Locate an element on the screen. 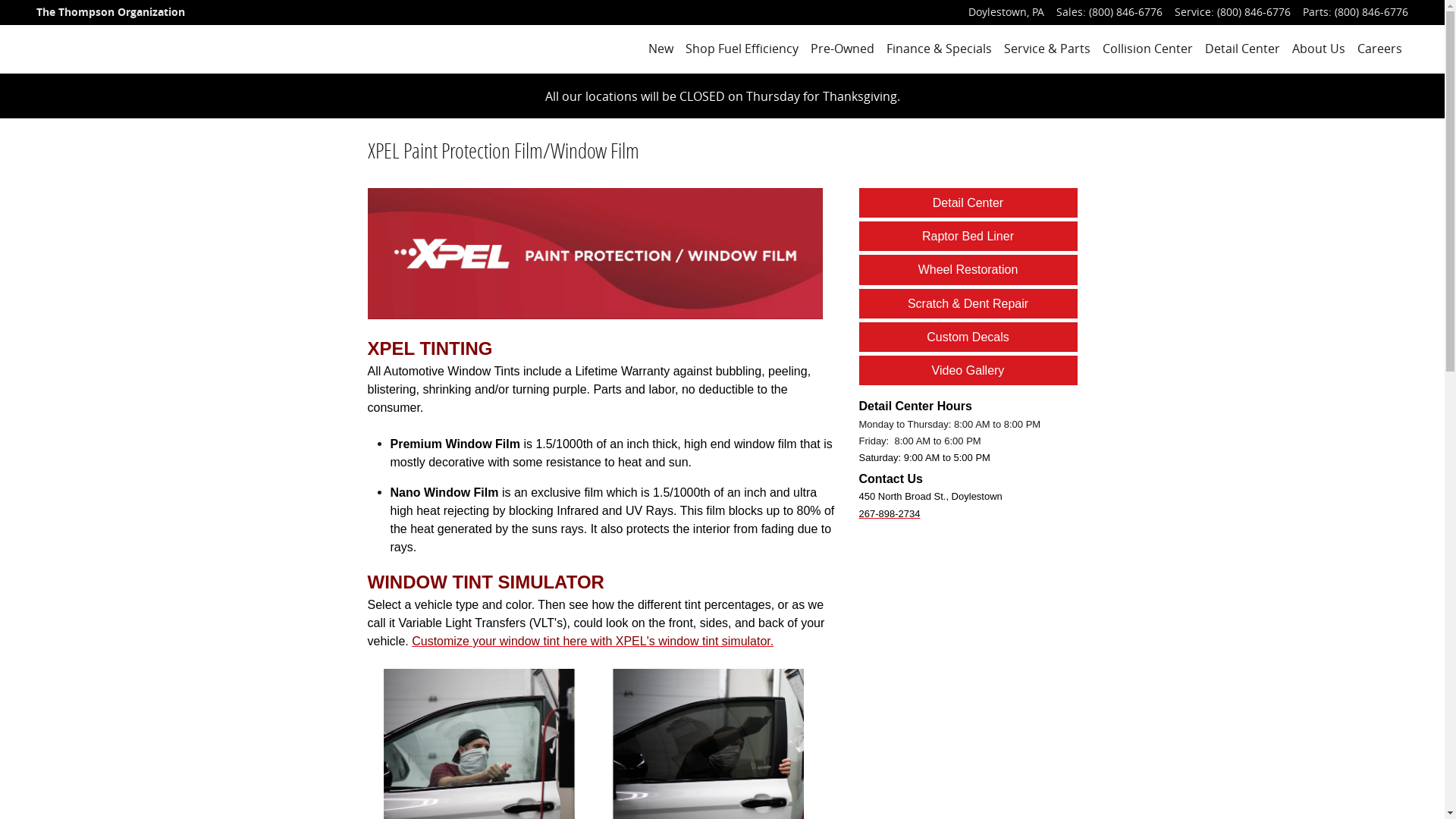 The height and width of the screenshot is (819, 1456). 'Raptor Bed Liner' is located at coordinates (967, 236).